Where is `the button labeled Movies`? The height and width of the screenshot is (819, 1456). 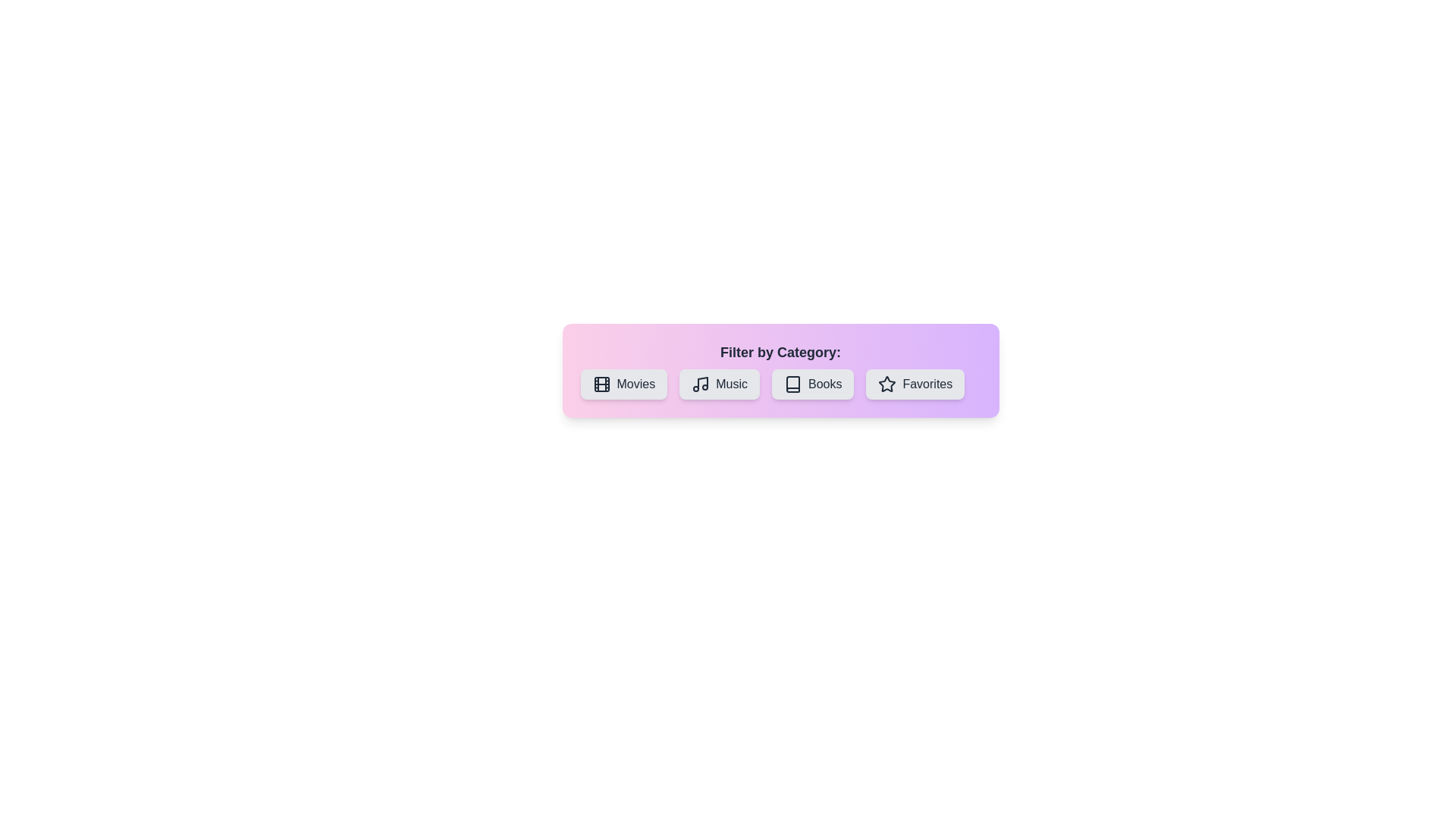 the button labeled Movies is located at coordinates (623, 383).